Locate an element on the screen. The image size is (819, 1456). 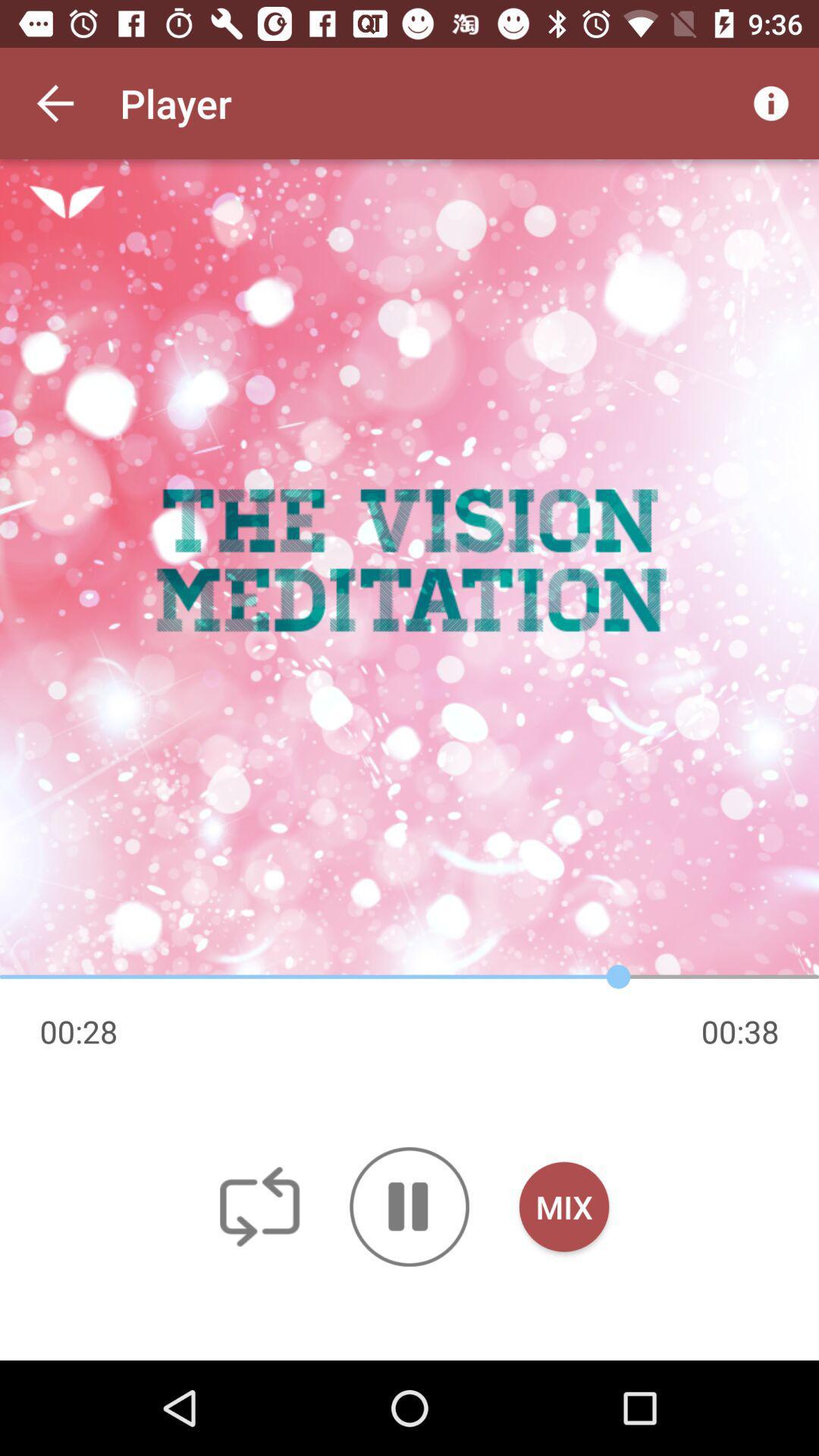
icon at the top right corner is located at coordinates (771, 102).